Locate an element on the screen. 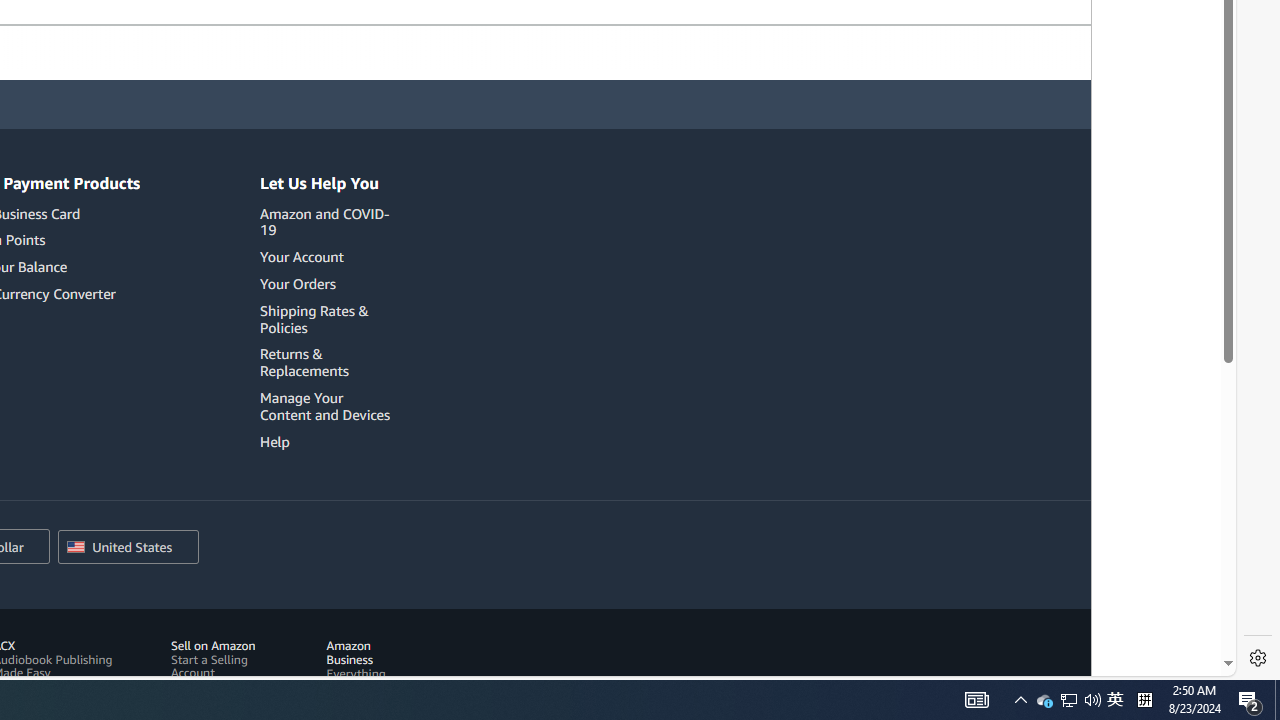  'Shipping Rates & Policies' is located at coordinates (313, 317).